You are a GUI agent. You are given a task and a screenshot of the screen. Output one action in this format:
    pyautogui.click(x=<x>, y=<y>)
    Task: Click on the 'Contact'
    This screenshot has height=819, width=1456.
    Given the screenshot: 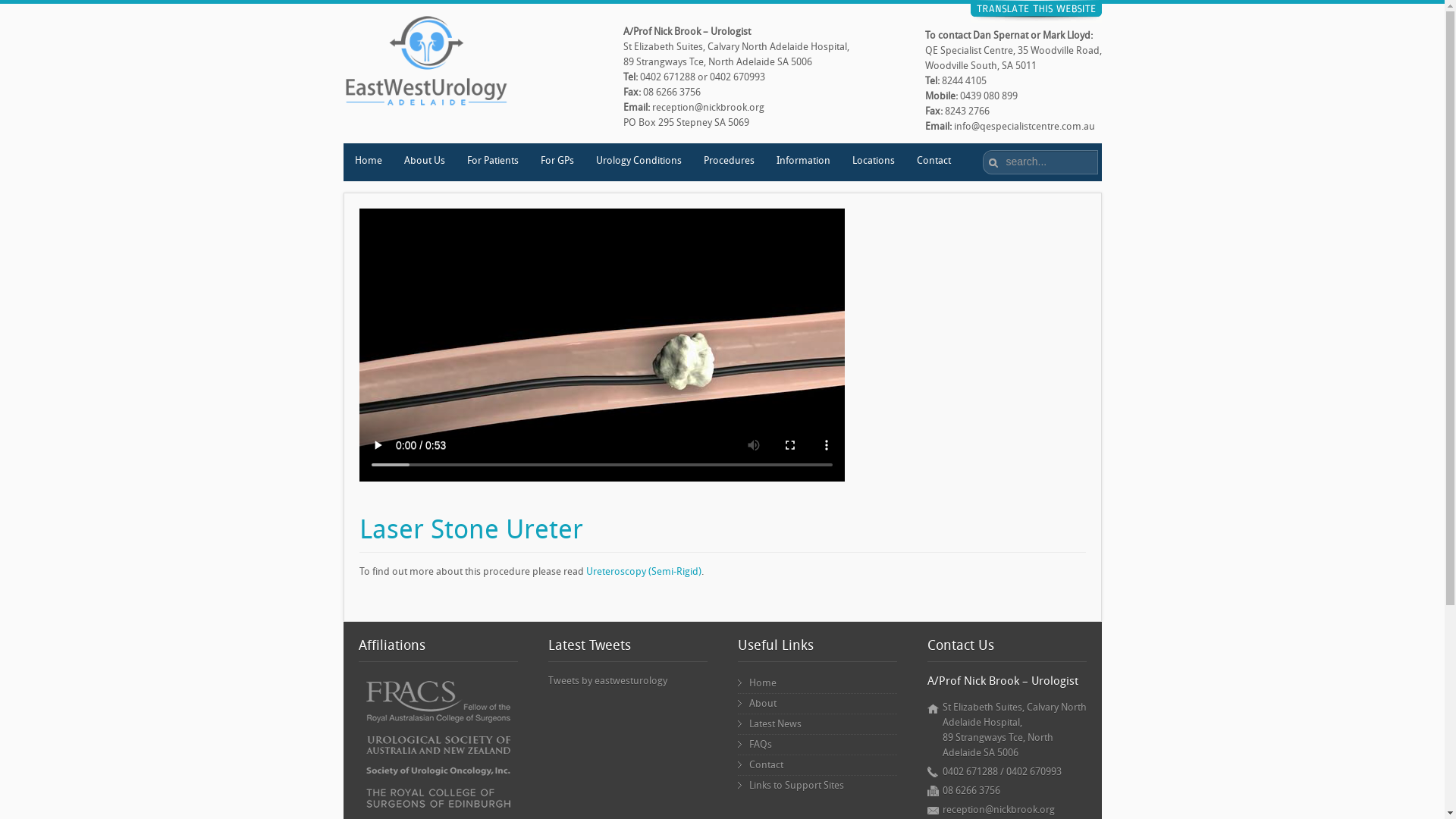 What is the action you would take?
    pyautogui.click(x=736, y=765)
    